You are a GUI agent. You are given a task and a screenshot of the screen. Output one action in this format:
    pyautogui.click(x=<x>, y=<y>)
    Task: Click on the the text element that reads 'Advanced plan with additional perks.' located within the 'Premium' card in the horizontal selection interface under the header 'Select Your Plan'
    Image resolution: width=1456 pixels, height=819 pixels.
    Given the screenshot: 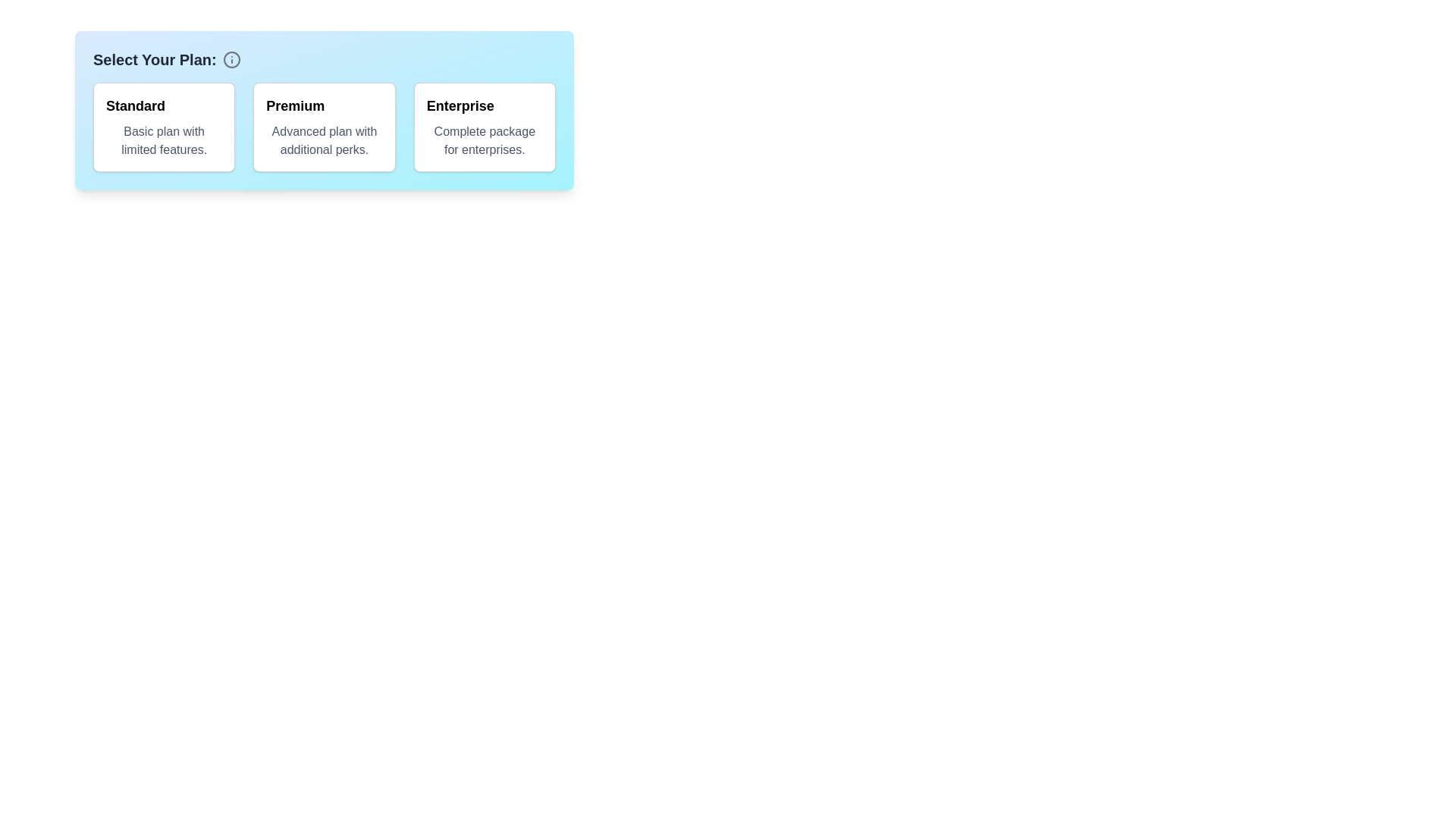 What is the action you would take?
    pyautogui.click(x=323, y=140)
    